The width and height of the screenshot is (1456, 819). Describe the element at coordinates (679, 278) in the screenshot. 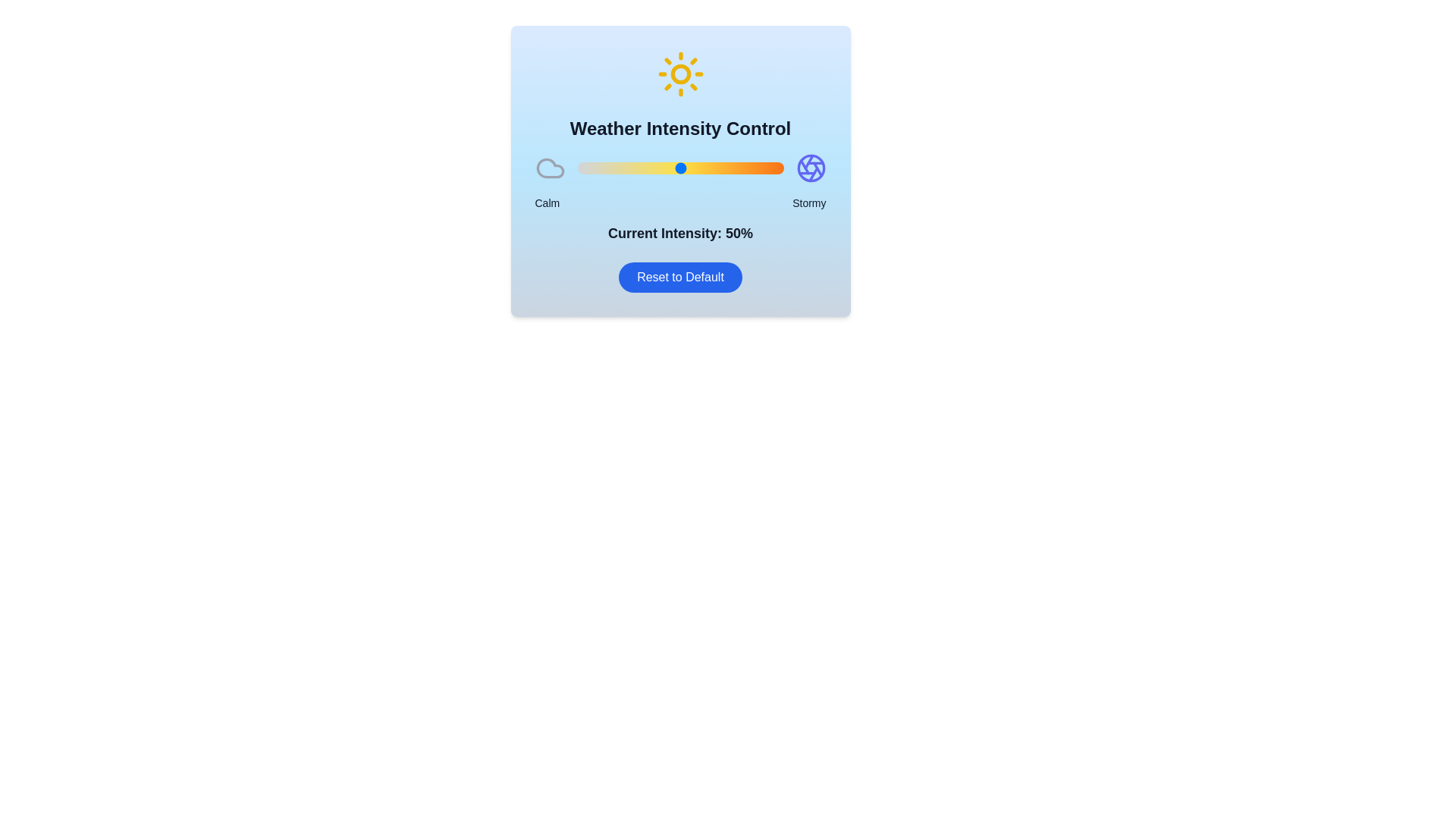

I see `the 'Reset to Default' button to reset the weather intensity to its default value` at that location.